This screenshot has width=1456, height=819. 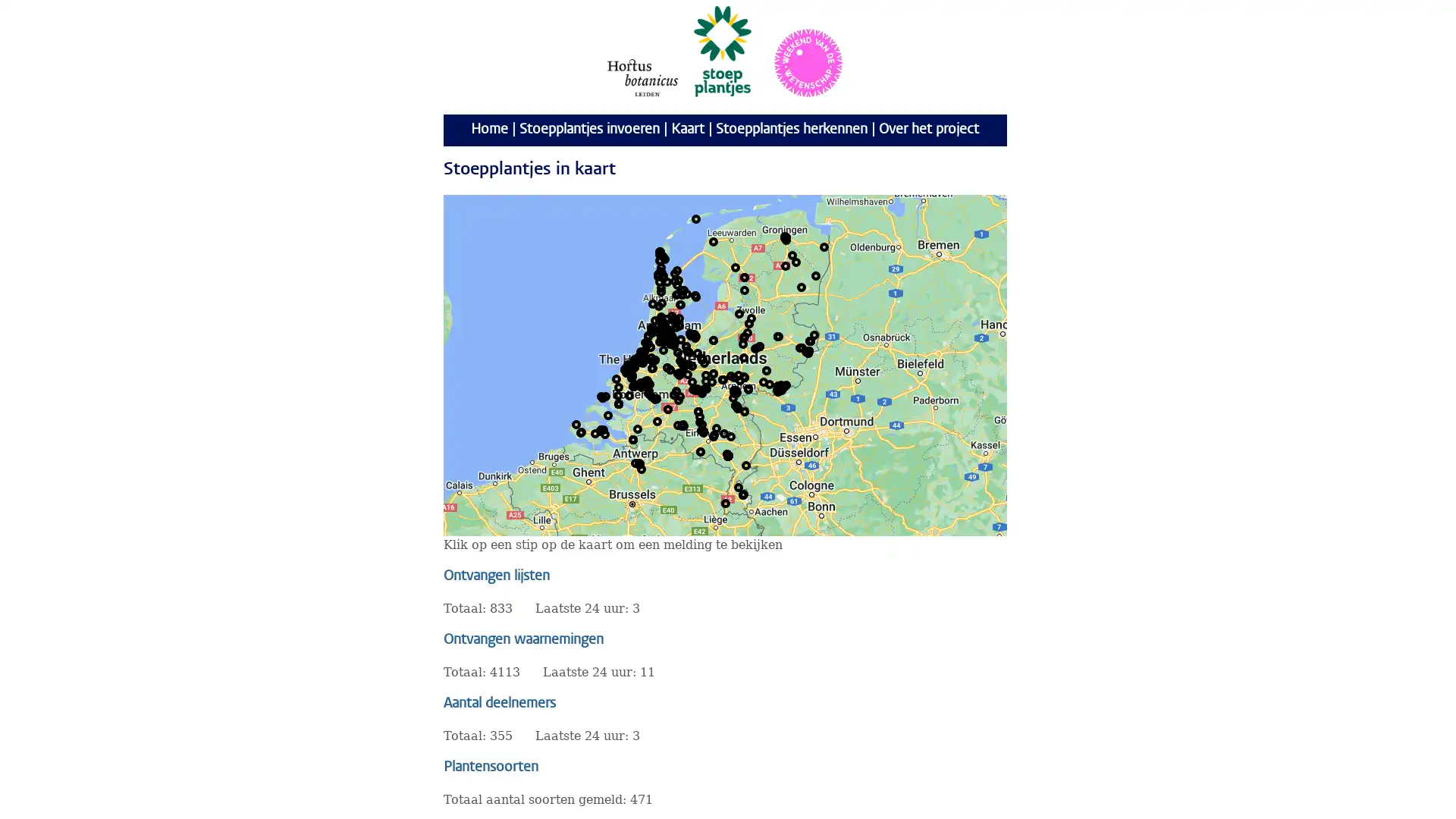 I want to click on Telling van op 25 juni 2022, so click(x=600, y=430).